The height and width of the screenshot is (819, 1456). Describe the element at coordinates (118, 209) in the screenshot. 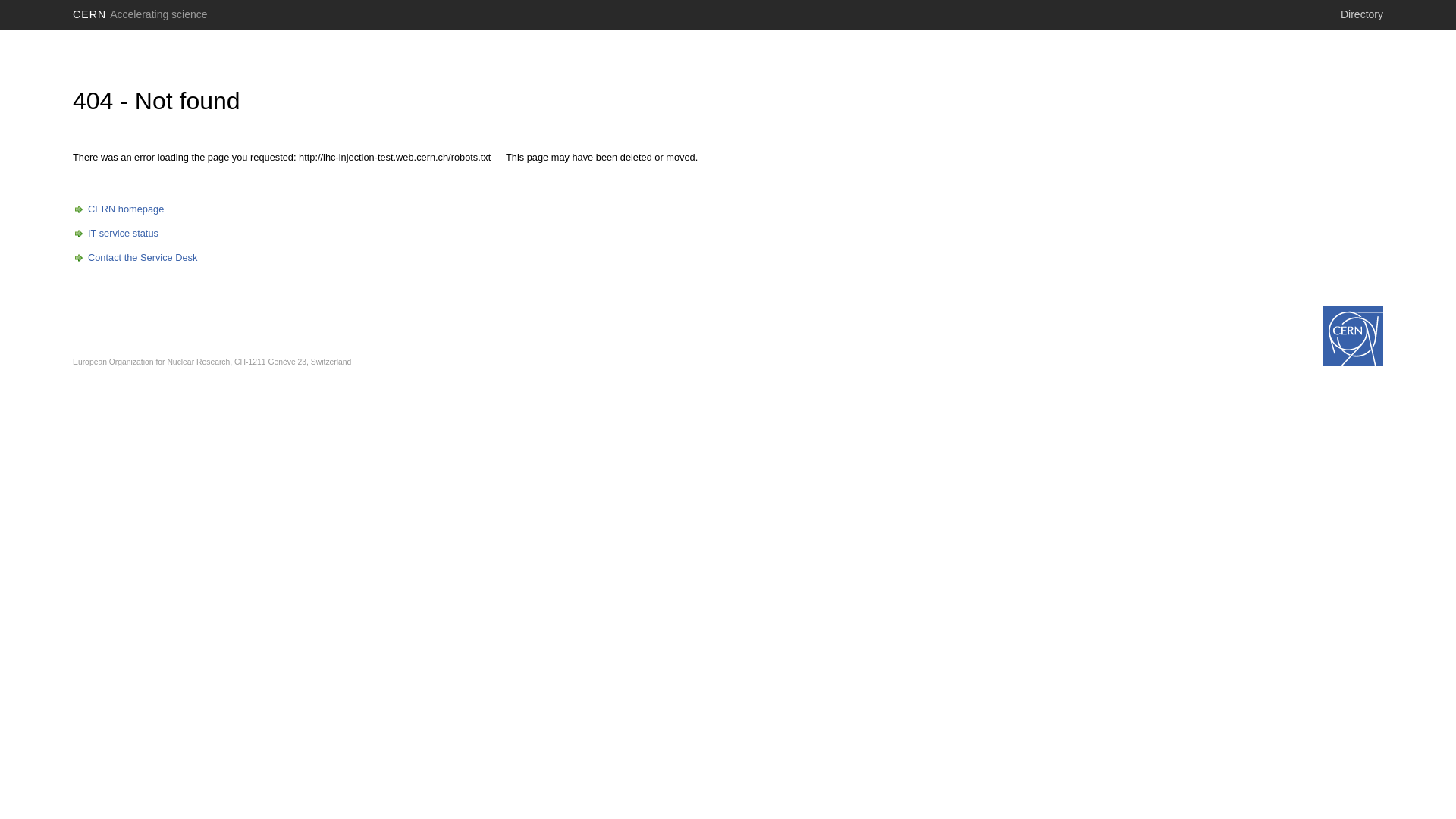

I see `'CERN homepage'` at that location.